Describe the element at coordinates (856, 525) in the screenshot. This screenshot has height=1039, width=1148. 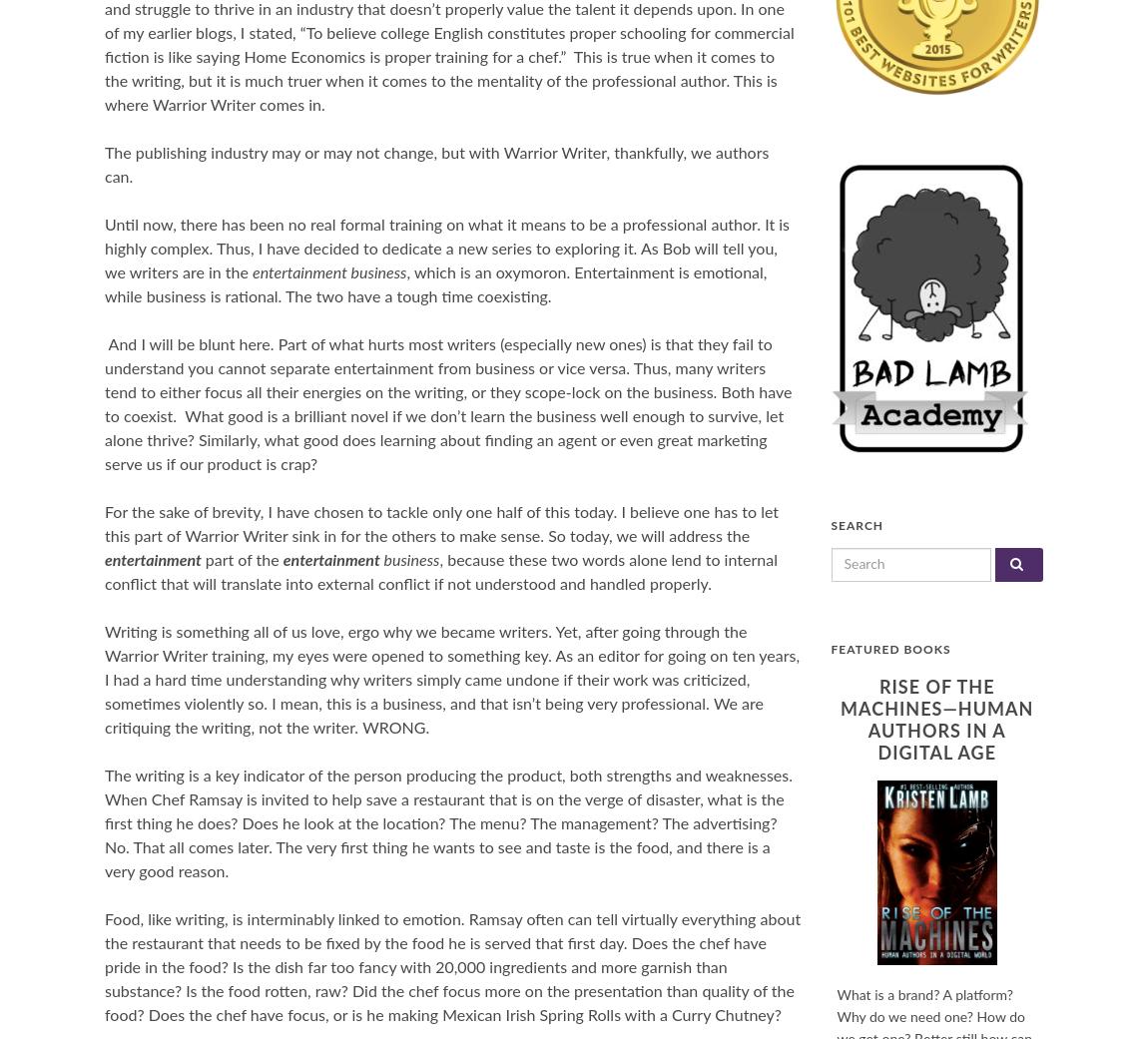
I see `'Search'` at that location.